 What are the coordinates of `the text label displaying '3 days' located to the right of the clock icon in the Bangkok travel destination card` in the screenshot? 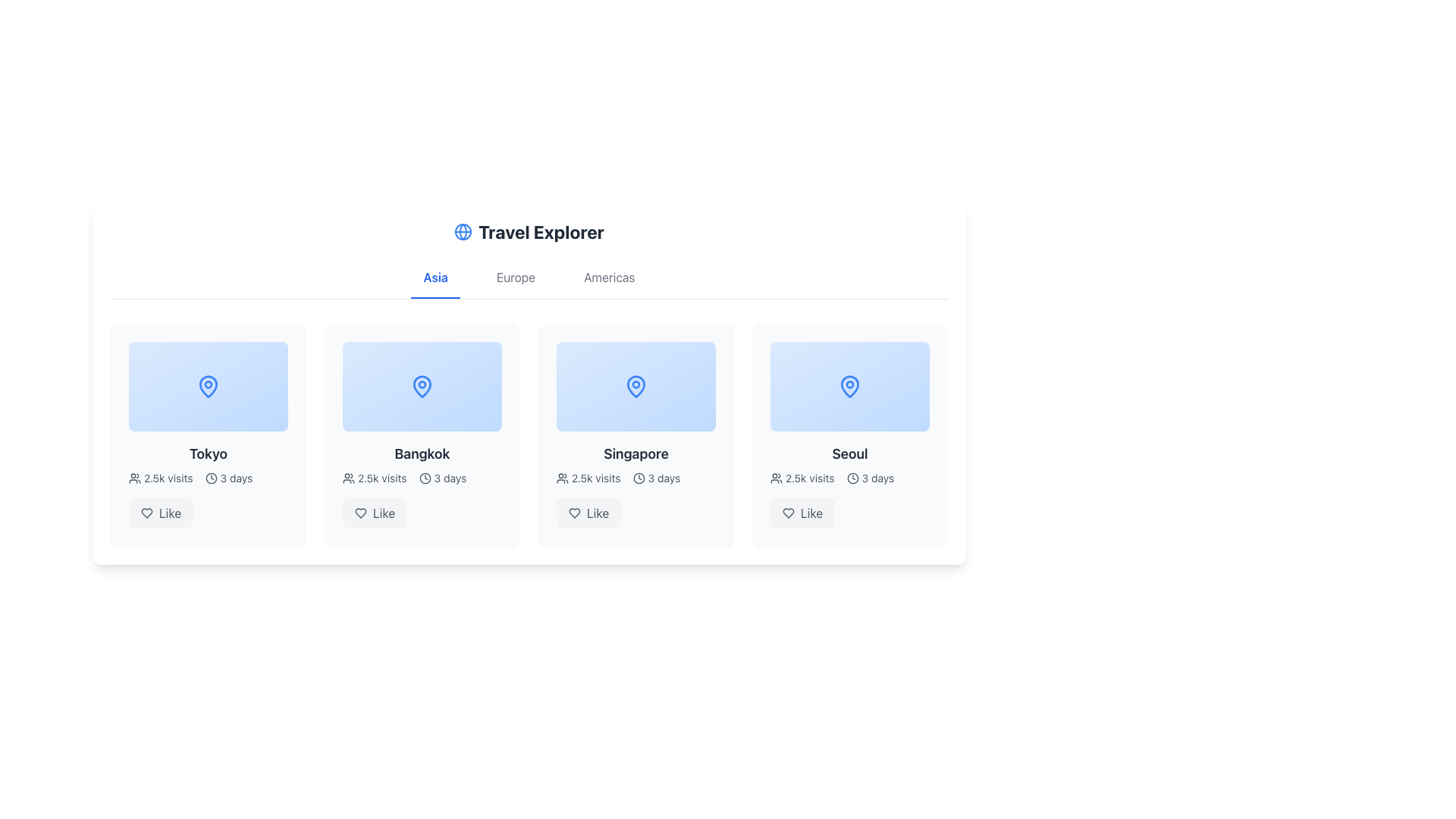 It's located at (449, 479).